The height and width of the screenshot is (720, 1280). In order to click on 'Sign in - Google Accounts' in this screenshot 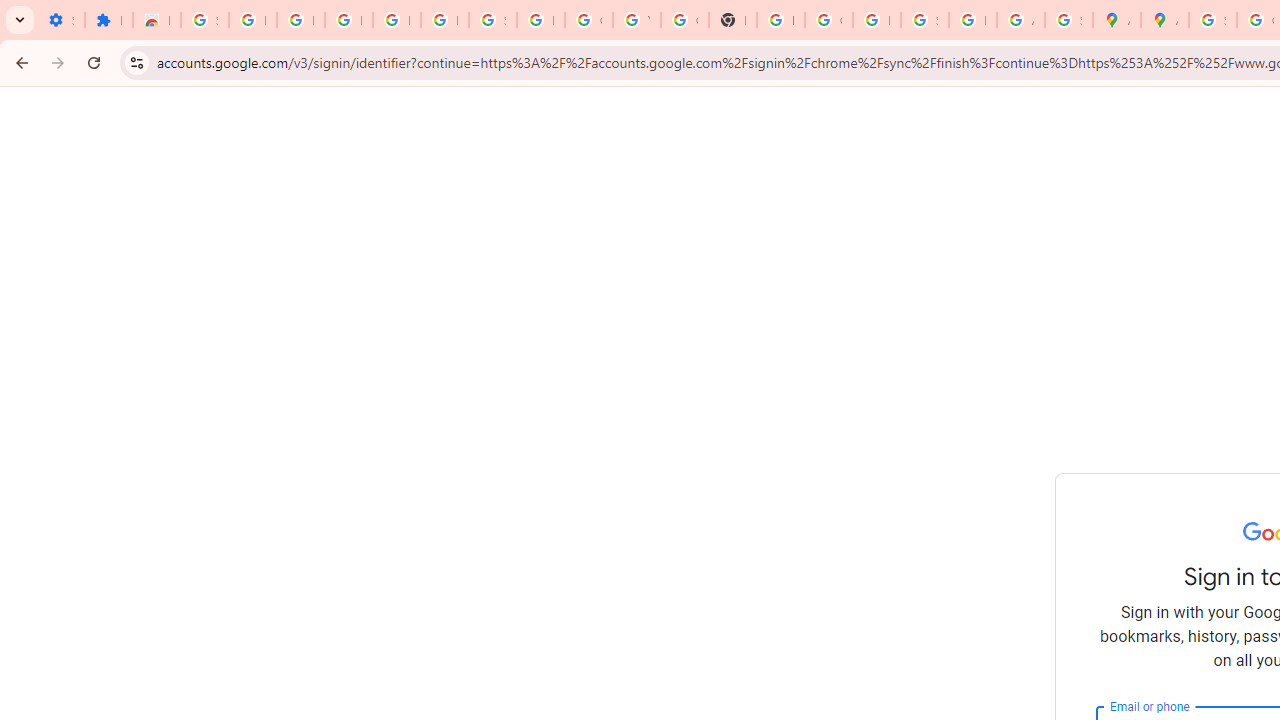, I will do `click(1211, 20)`.